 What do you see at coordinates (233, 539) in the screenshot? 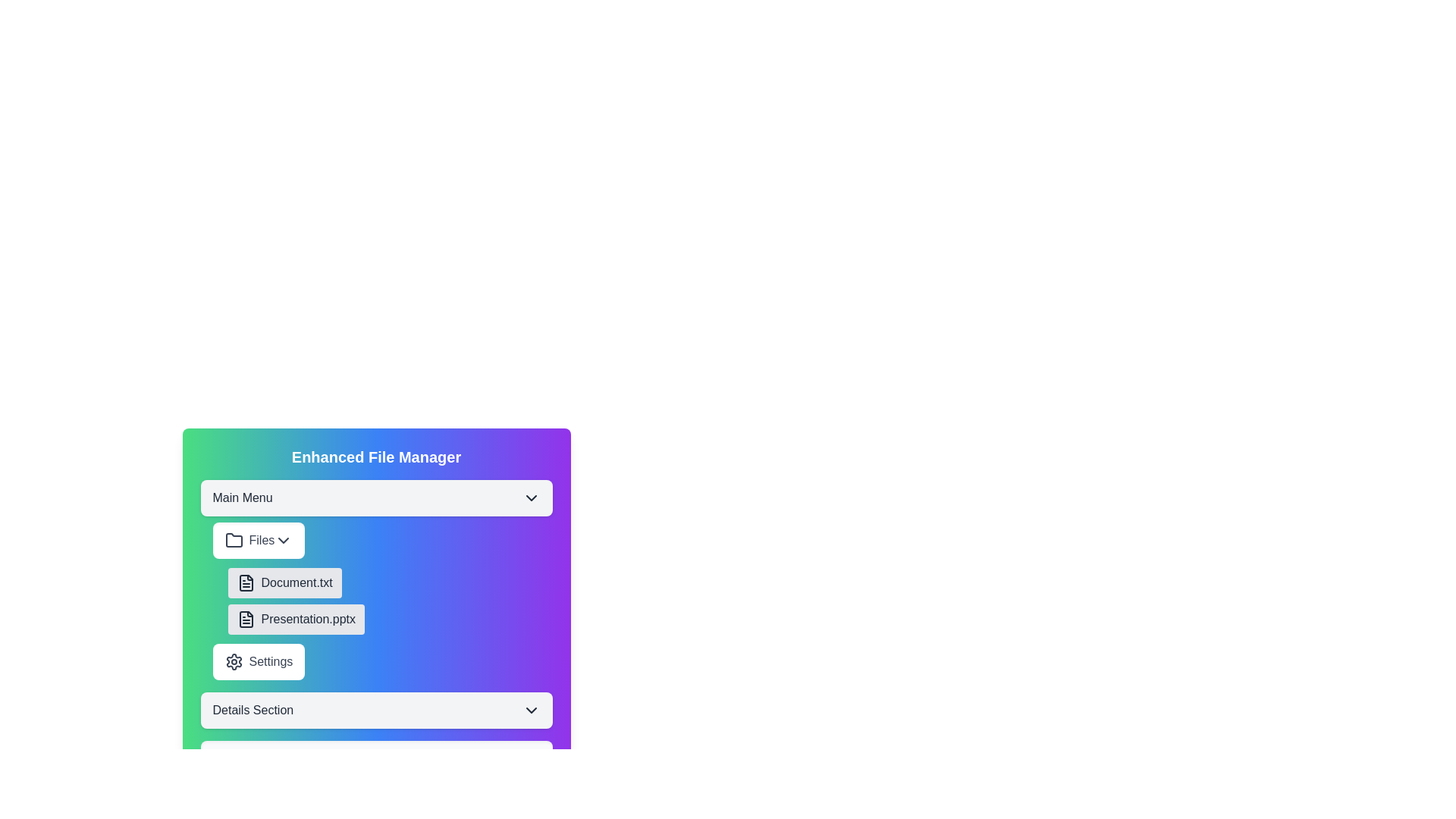
I see `the folder icon in the file management system, located at the top of the documents and settings list, adjacent to the 'Files' dropdown menu` at bounding box center [233, 539].